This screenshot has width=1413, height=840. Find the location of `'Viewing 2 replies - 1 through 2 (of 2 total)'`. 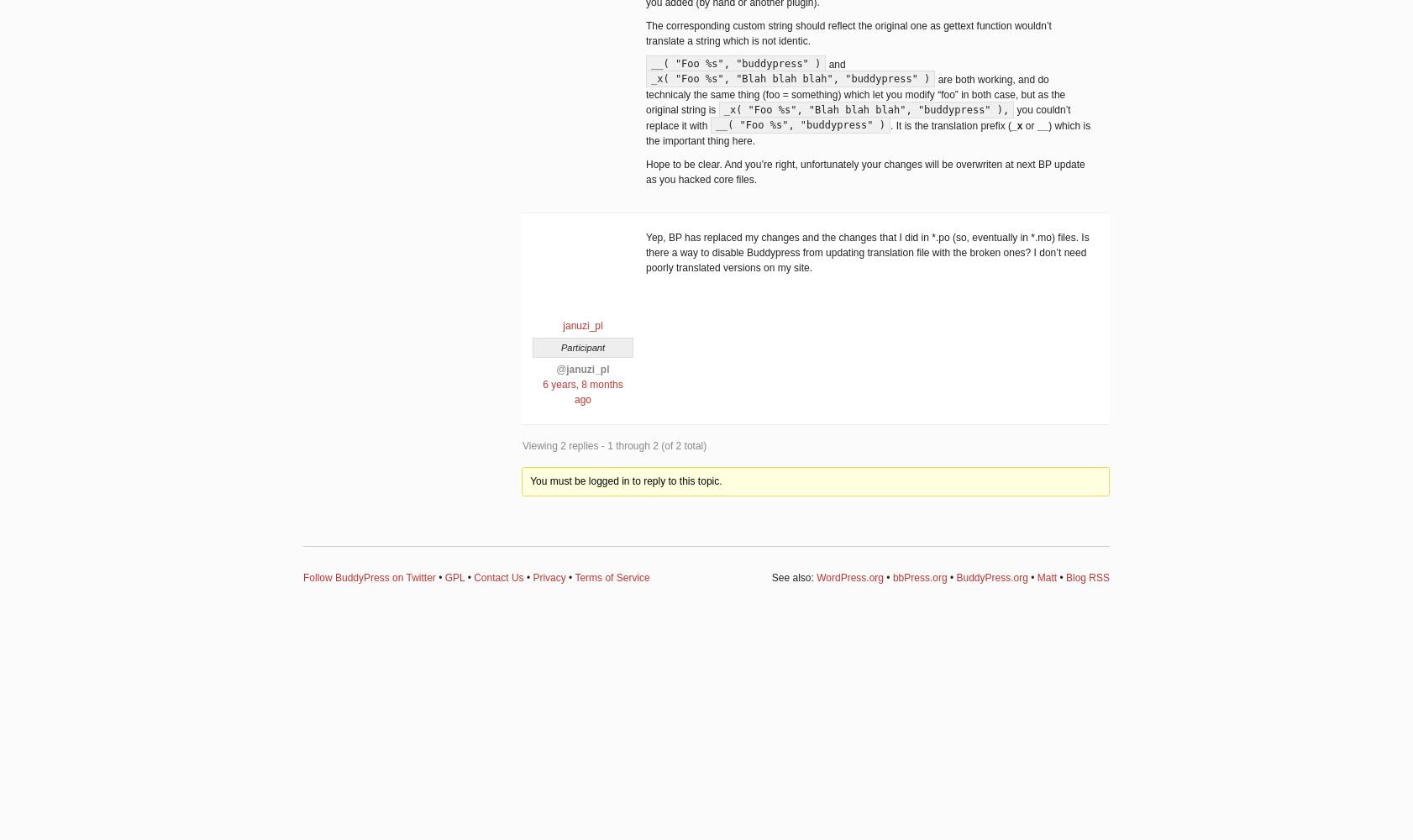

'Viewing 2 replies - 1 through 2 (of 2 total)' is located at coordinates (614, 445).